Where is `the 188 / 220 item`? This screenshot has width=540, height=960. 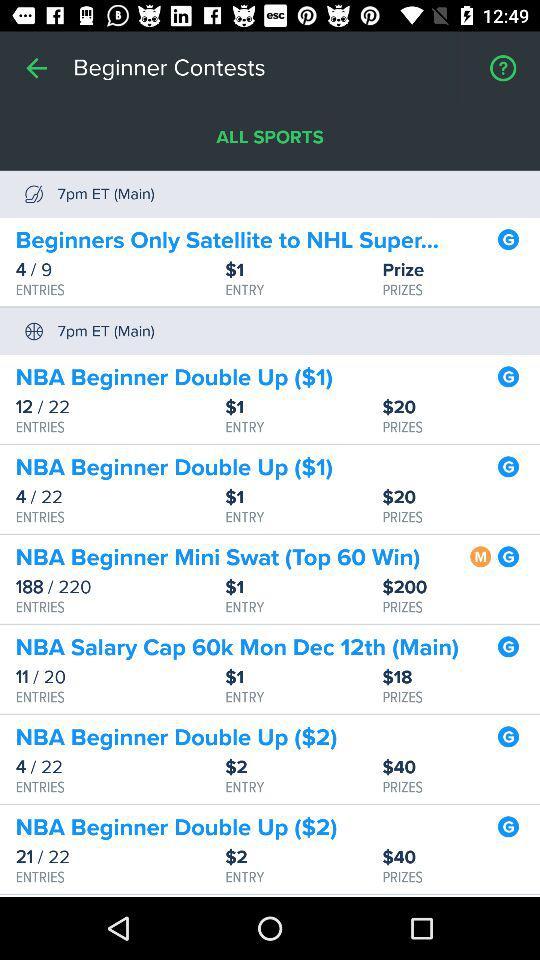
the 188 / 220 item is located at coordinates (120, 587).